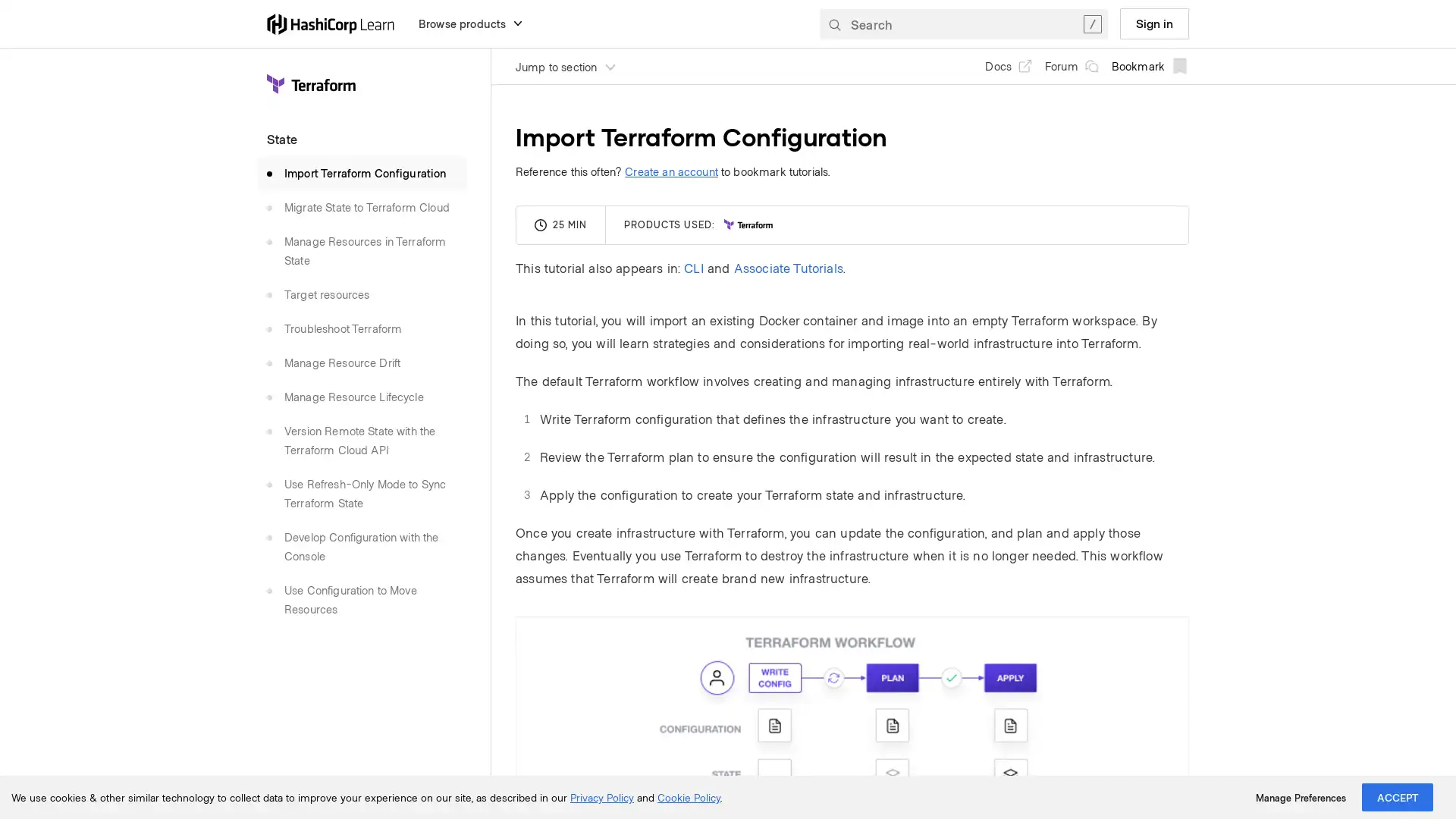  What do you see at coordinates (1153, 23) in the screenshot?
I see `Sign in` at bounding box center [1153, 23].